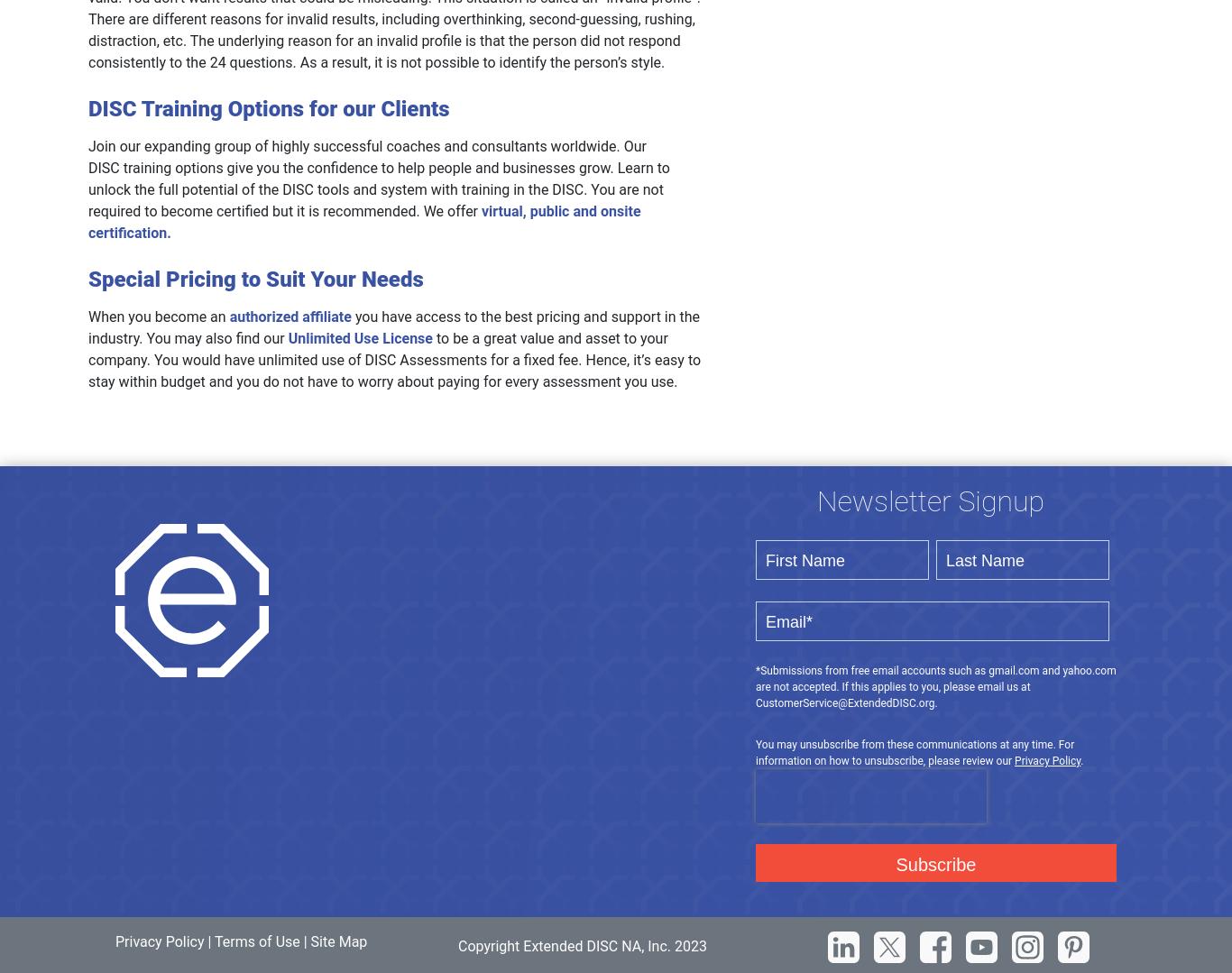 The image size is (1232, 973). What do you see at coordinates (256, 940) in the screenshot?
I see `'Terms of Use'` at bounding box center [256, 940].